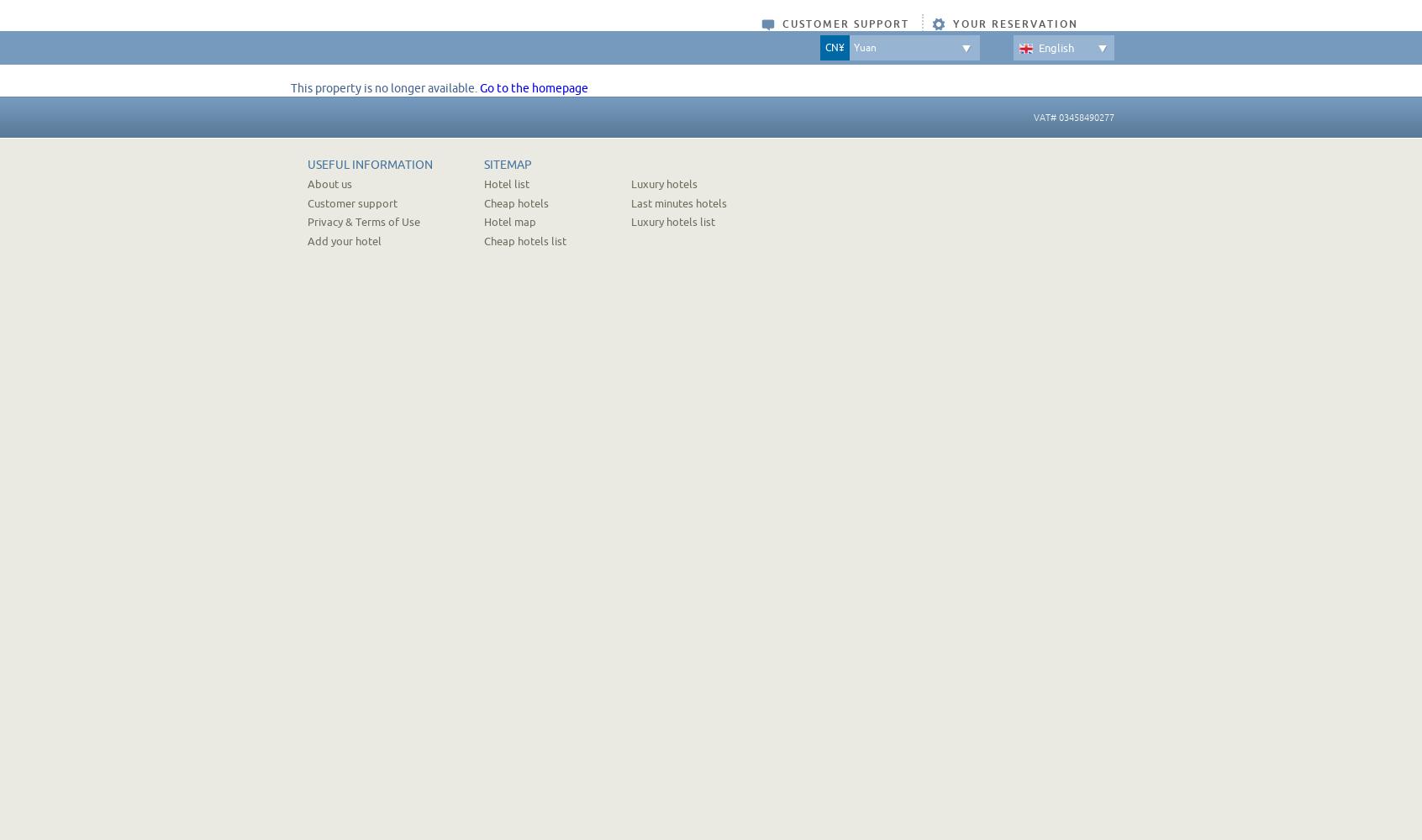 The image size is (1422, 840). I want to click on 'About us', so click(329, 183).